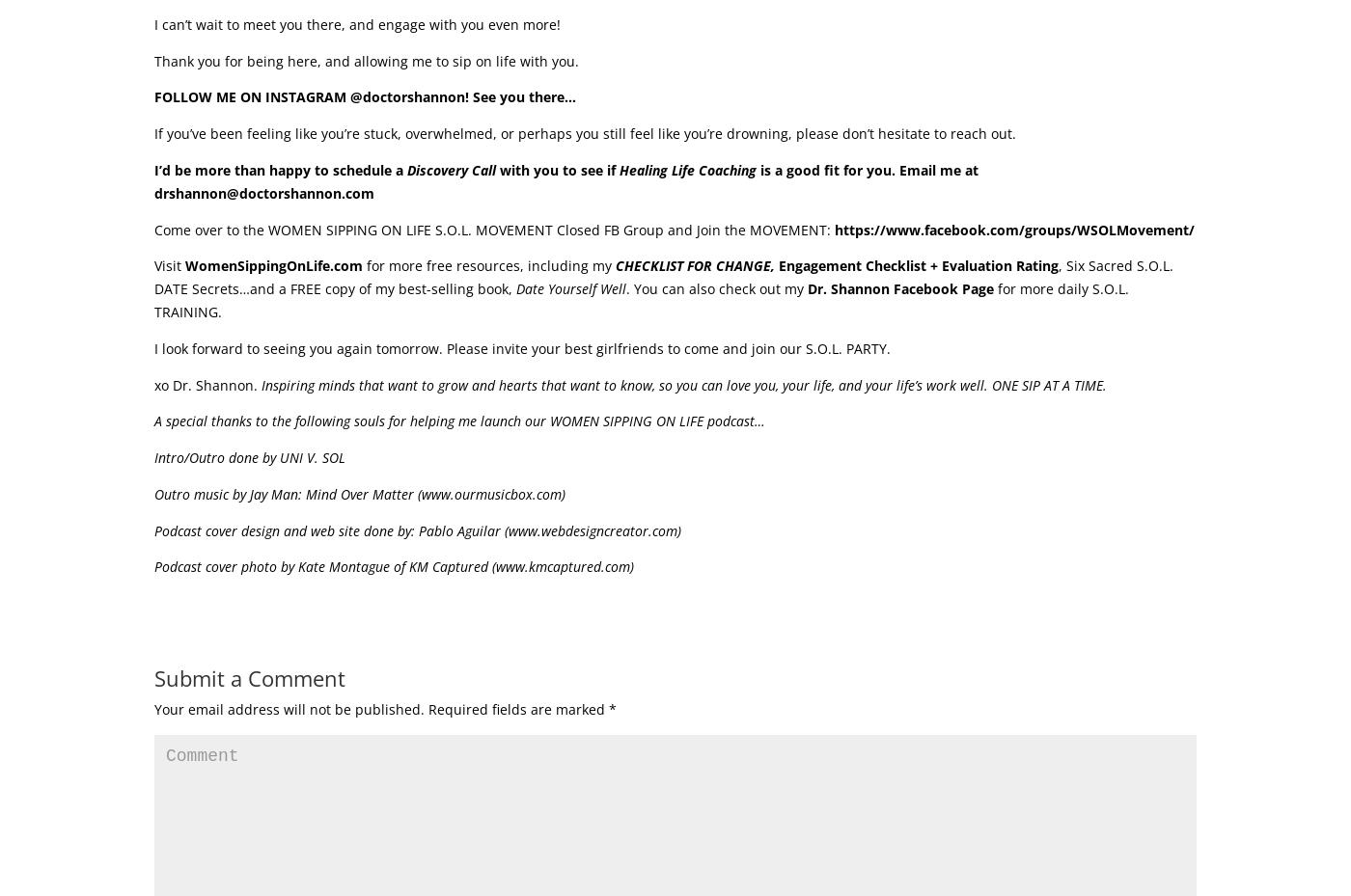  Describe the element at coordinates (919, 264) in the screenshot. I see `'Engagement Checklist + Evaluation Rating'` at that location.